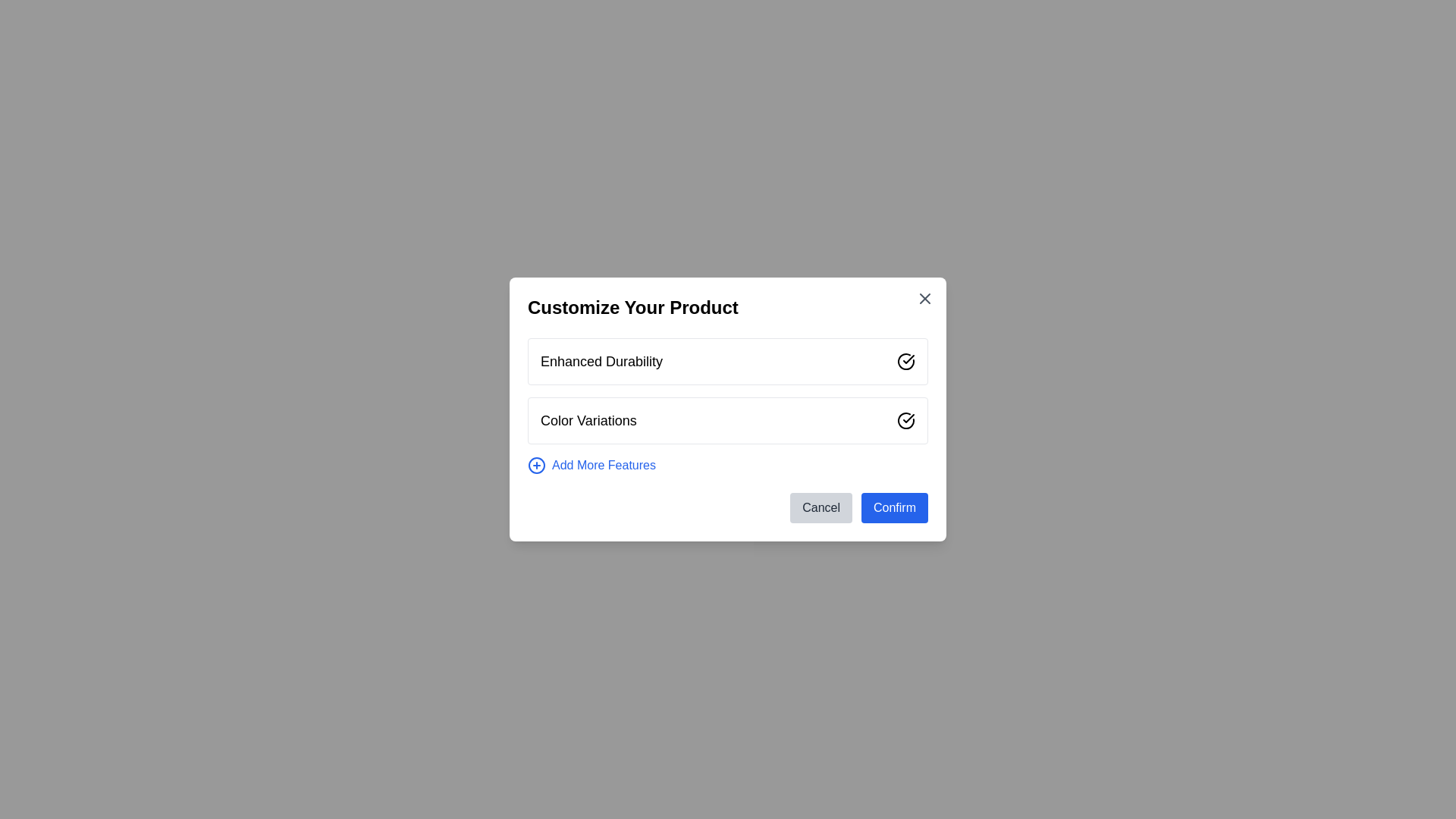 Image resolution: width=1456 pixels, height=819 pixels. I want to click on the 'Confirm' button located at the center of the modal dialog box used for customizing a product selections, so click(728, 409).